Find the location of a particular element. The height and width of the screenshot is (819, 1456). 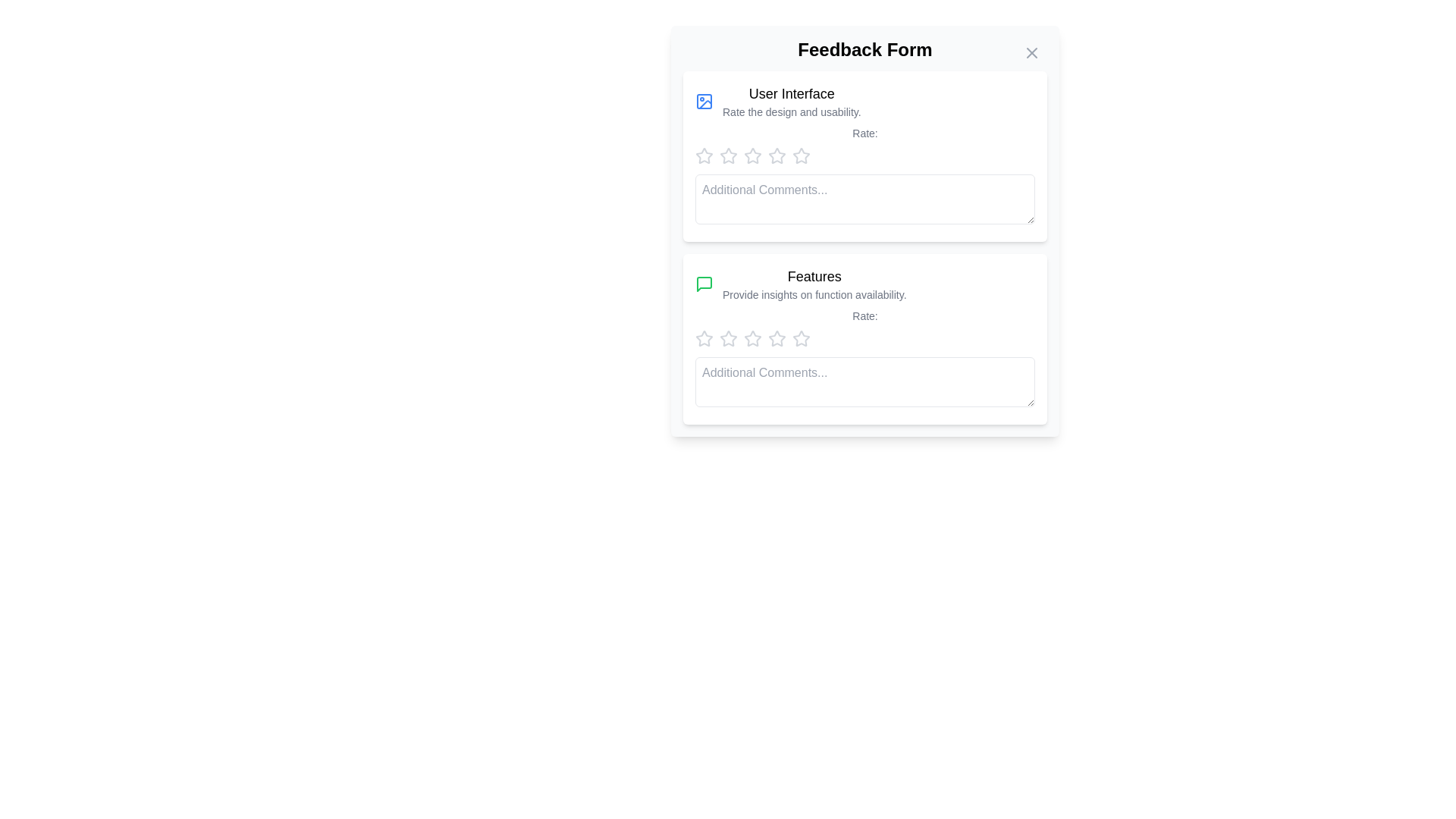

the second gray star icon in the rating section of the feedback form is located at coordinates (728, 155).